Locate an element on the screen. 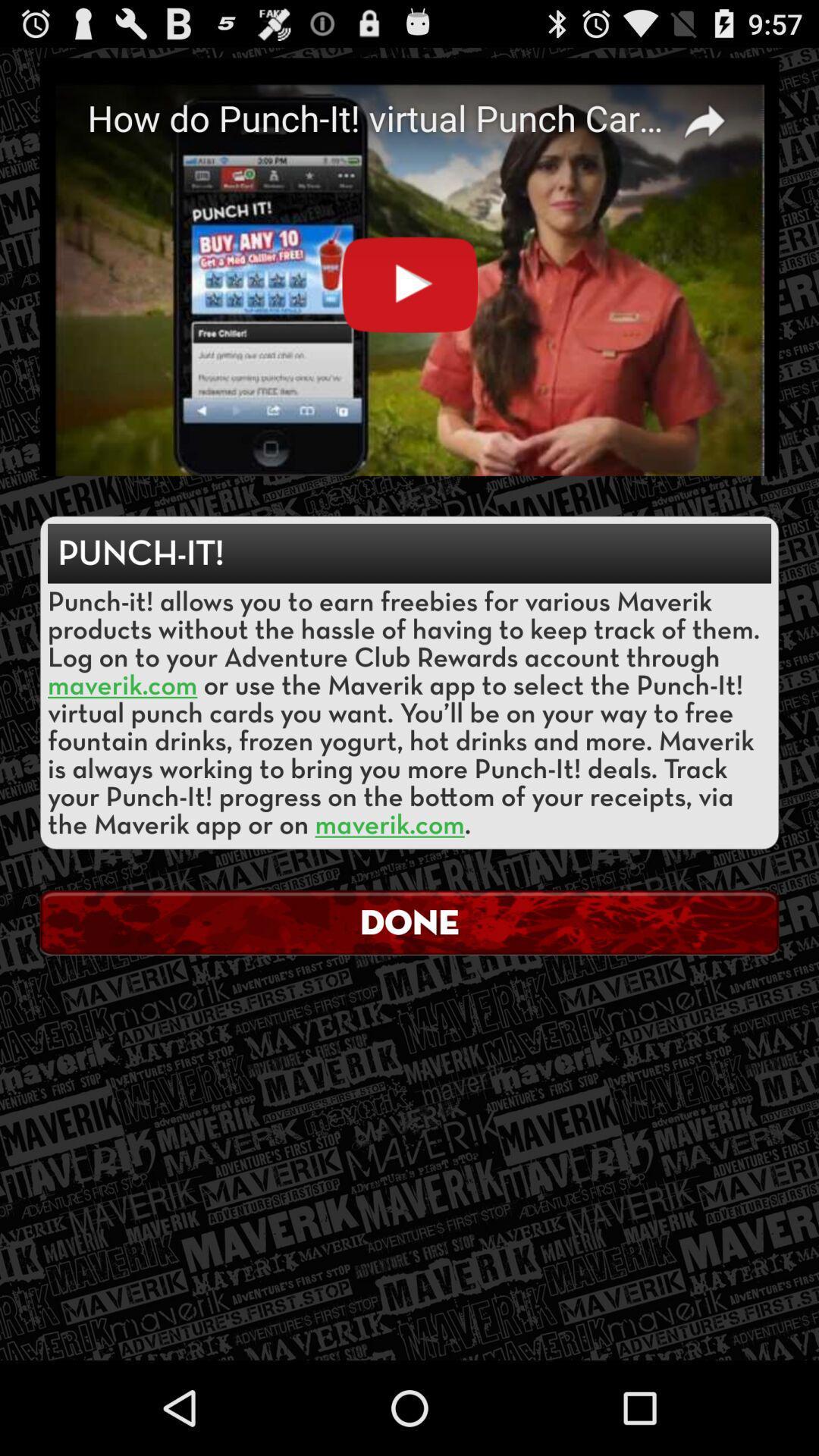  the item below punch it allows is located at coordinates (409, 921).